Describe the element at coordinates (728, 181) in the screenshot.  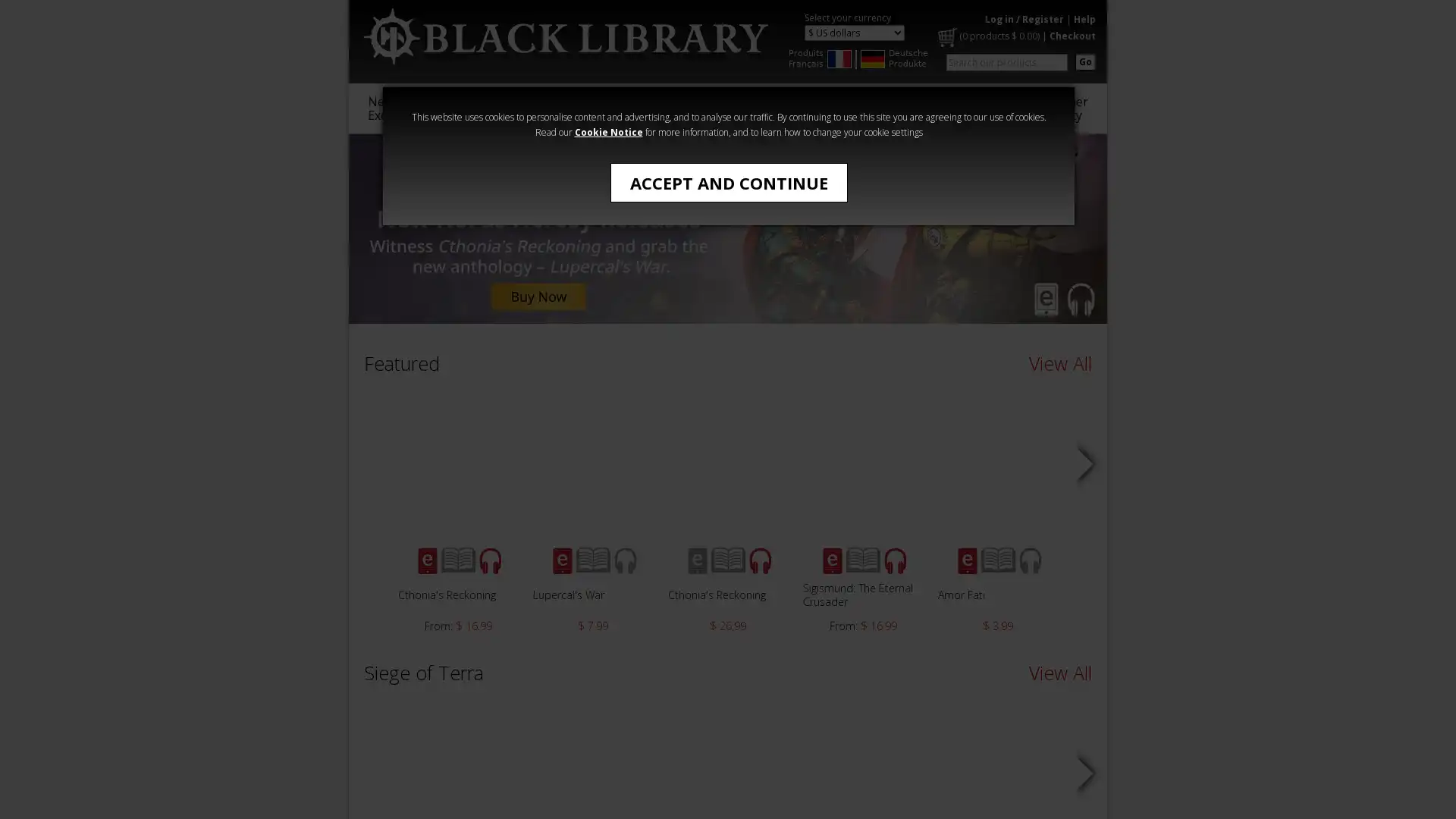
I see `ACCEPT AND CONTINUE` at that location.